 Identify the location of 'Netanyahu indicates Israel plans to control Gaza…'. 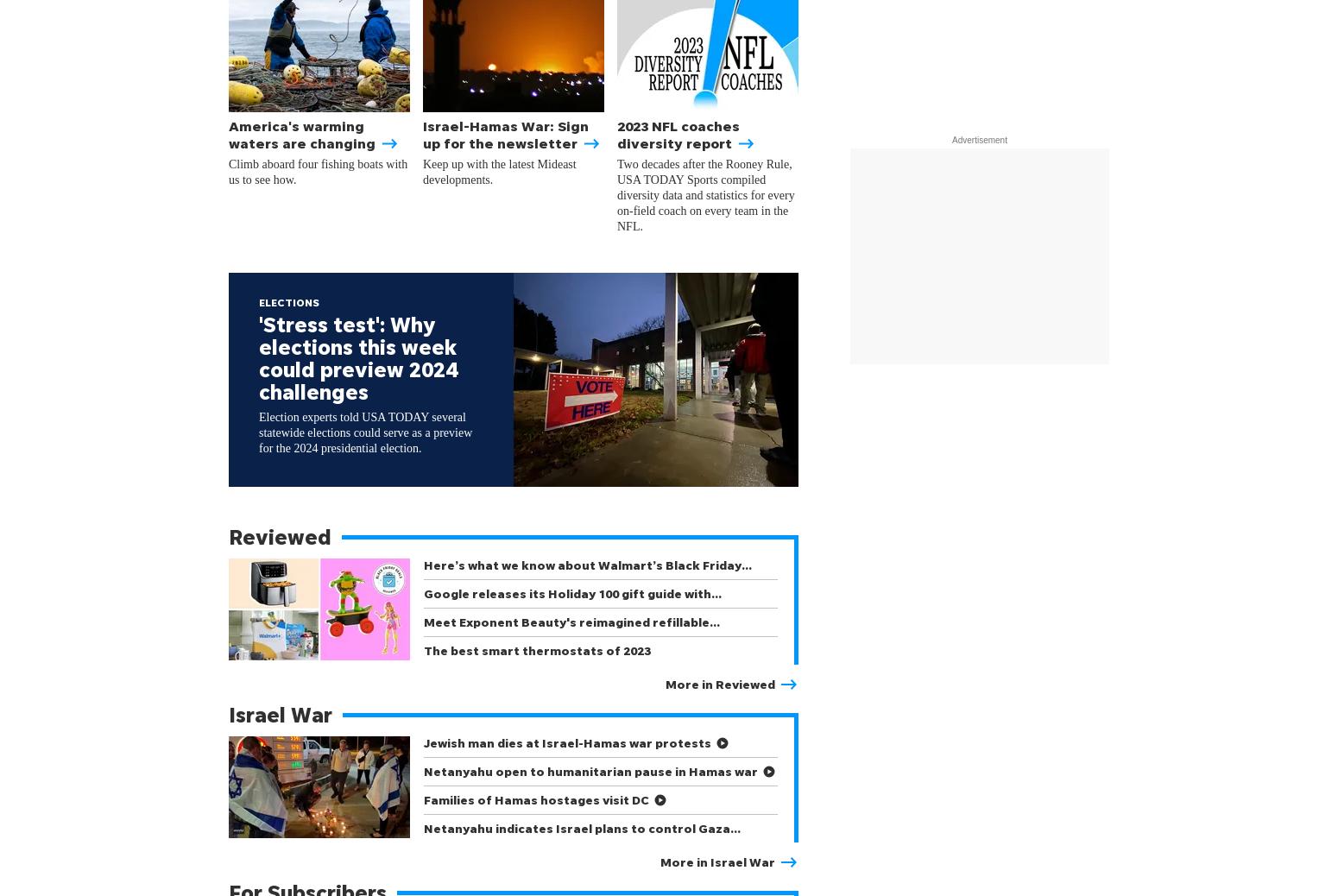
(581, 828).